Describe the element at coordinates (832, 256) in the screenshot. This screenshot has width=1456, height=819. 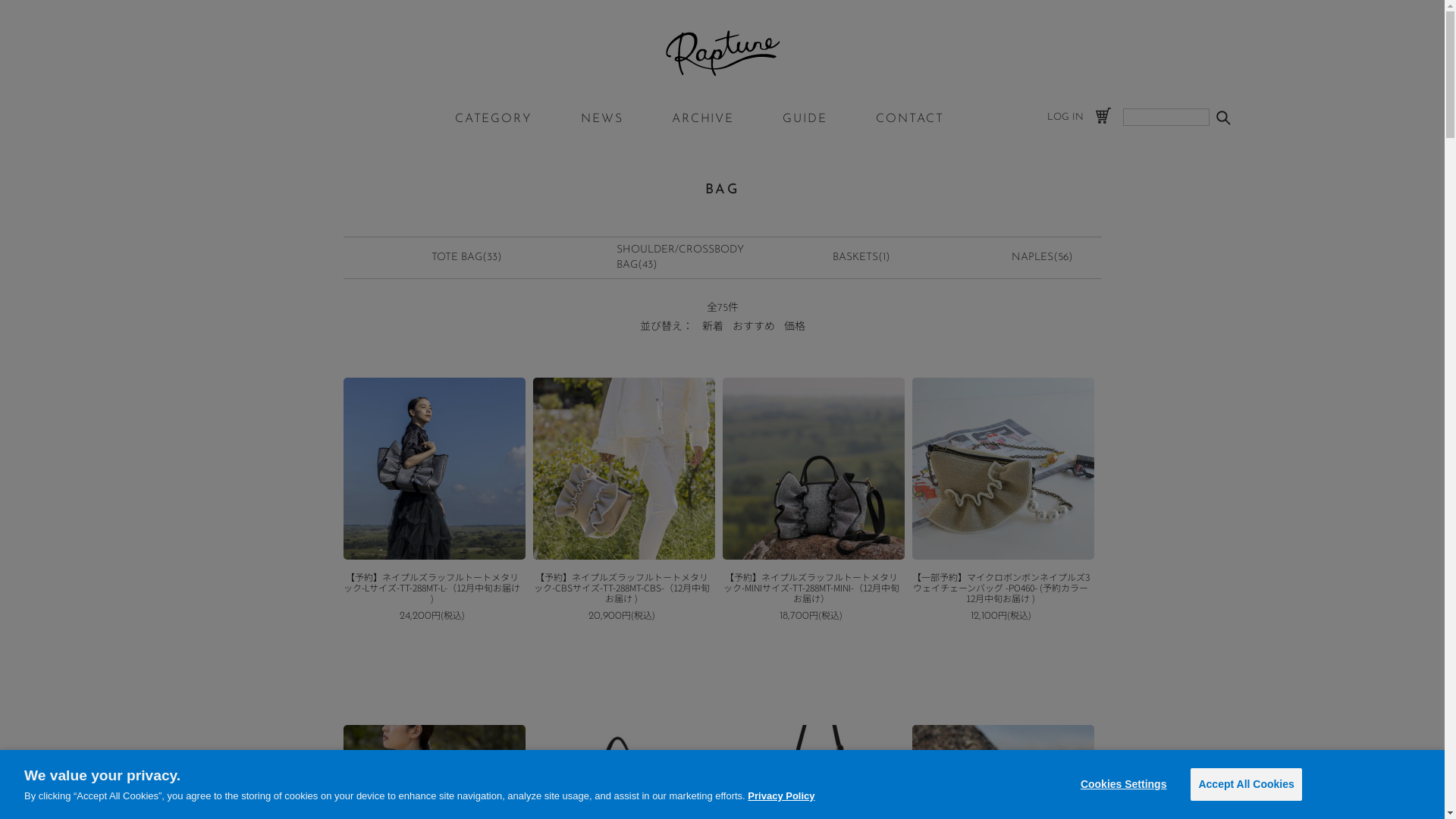
I see `'BASKETS(1)'` at that location.